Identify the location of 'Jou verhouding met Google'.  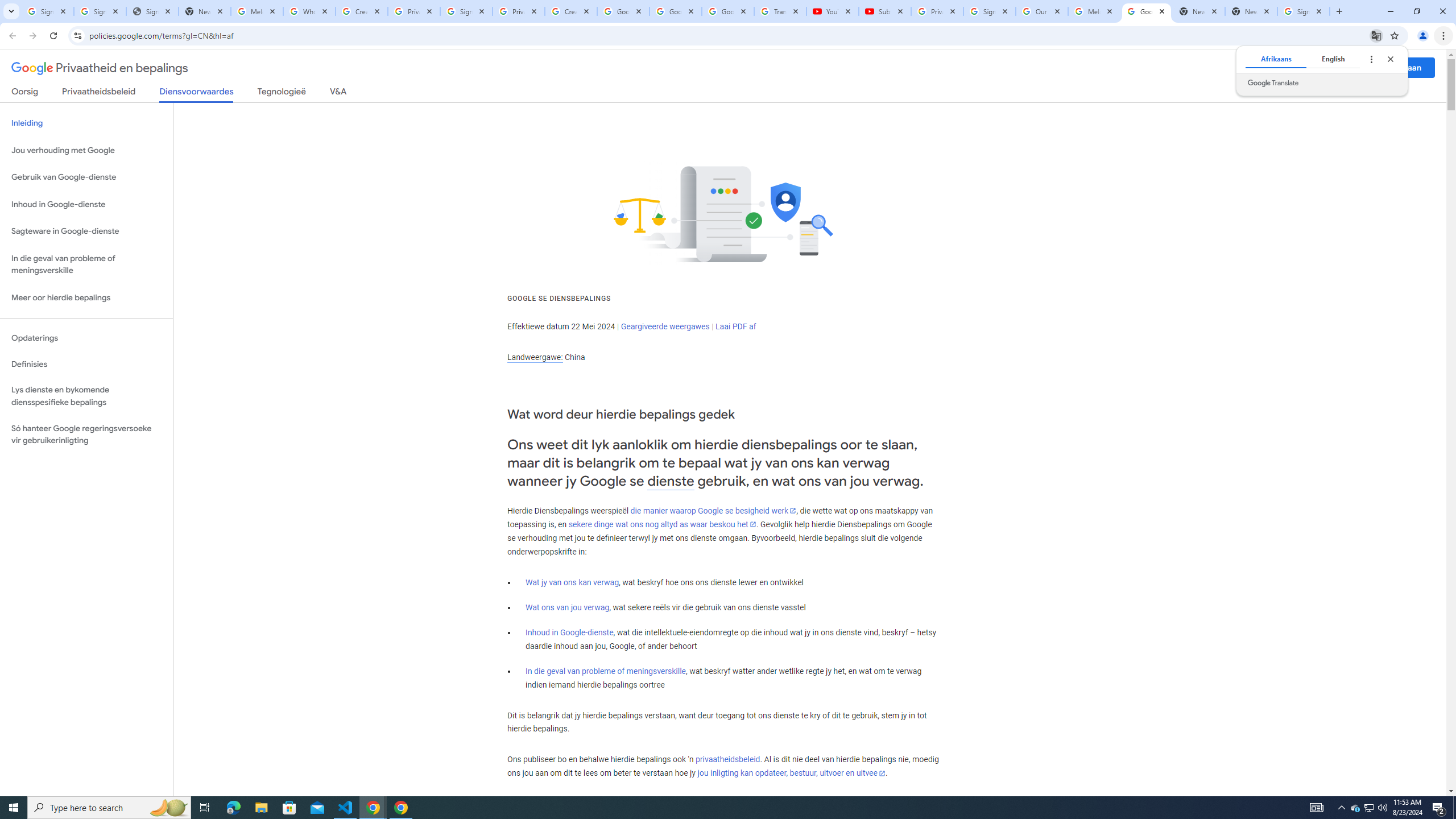
(86, 150).